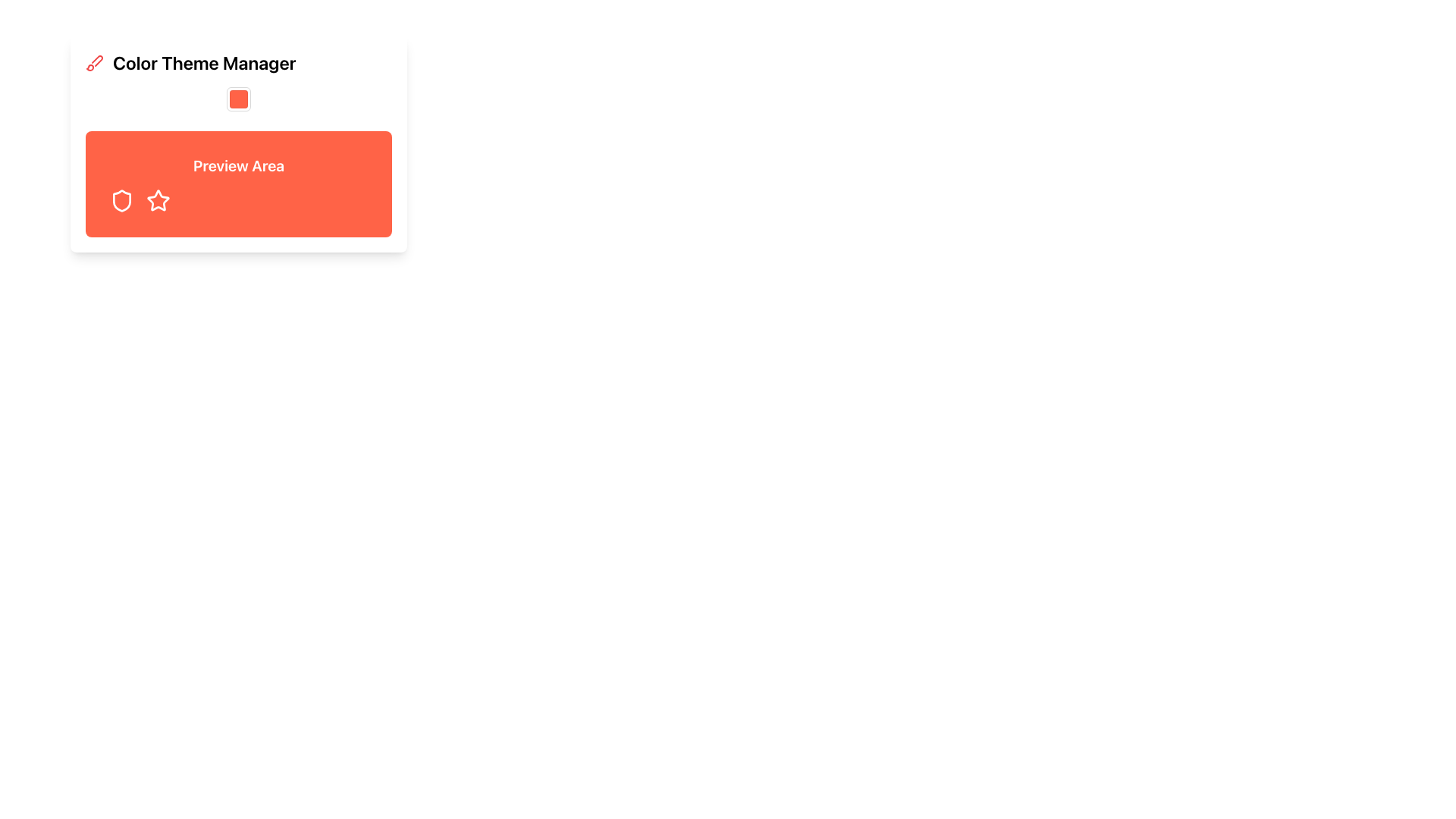 The height and width of the screenshot is (819, 1456). Describe the element at coordinates (238, 184) in the screenshot. I see `the Card-like preview panel within the 'Color Theme Manager', which provides visual feedback on the selected color theme` at that location.